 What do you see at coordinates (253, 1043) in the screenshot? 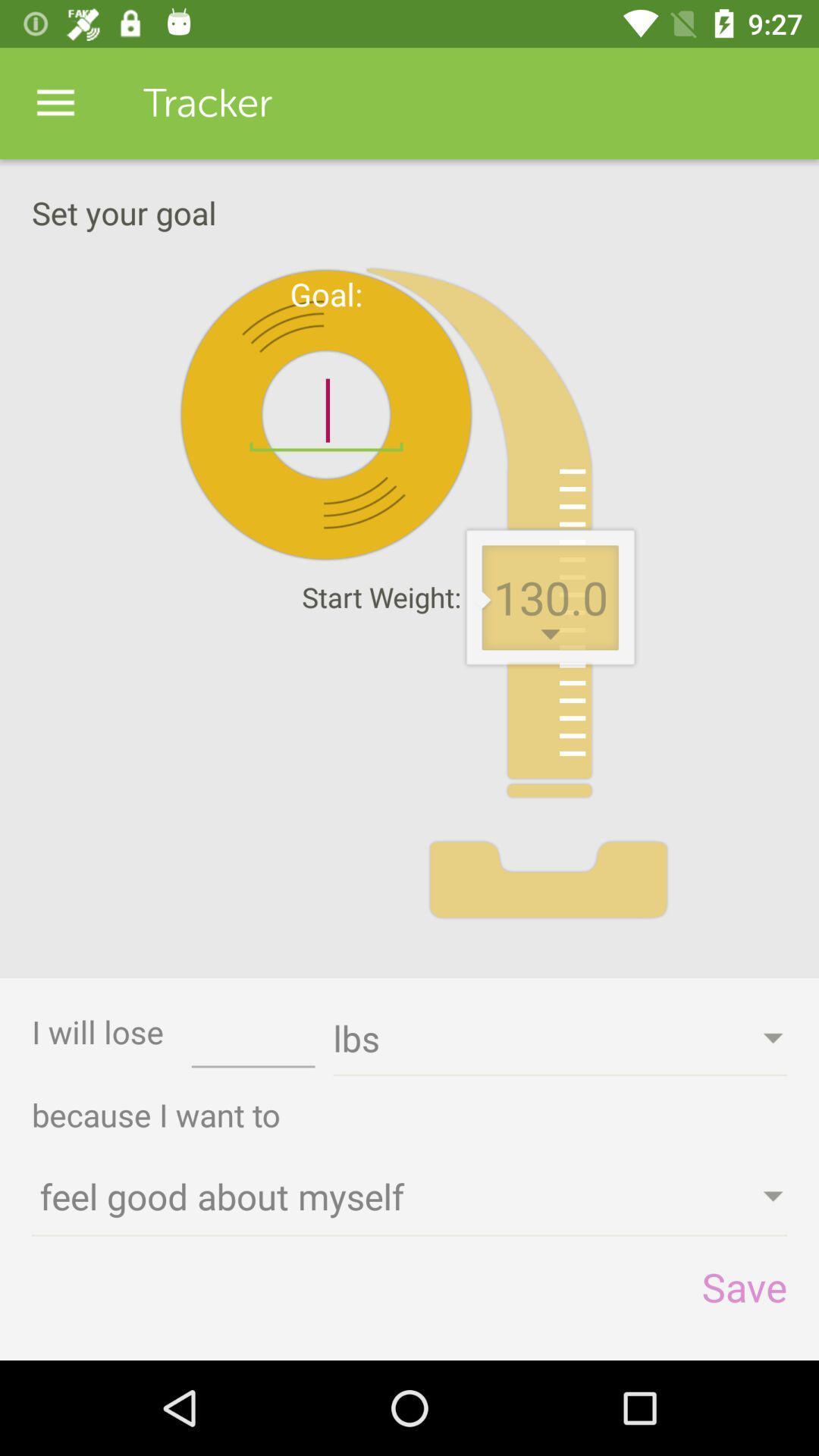
I see `the item next to i will lose item` at bounding box center [253, 1043].